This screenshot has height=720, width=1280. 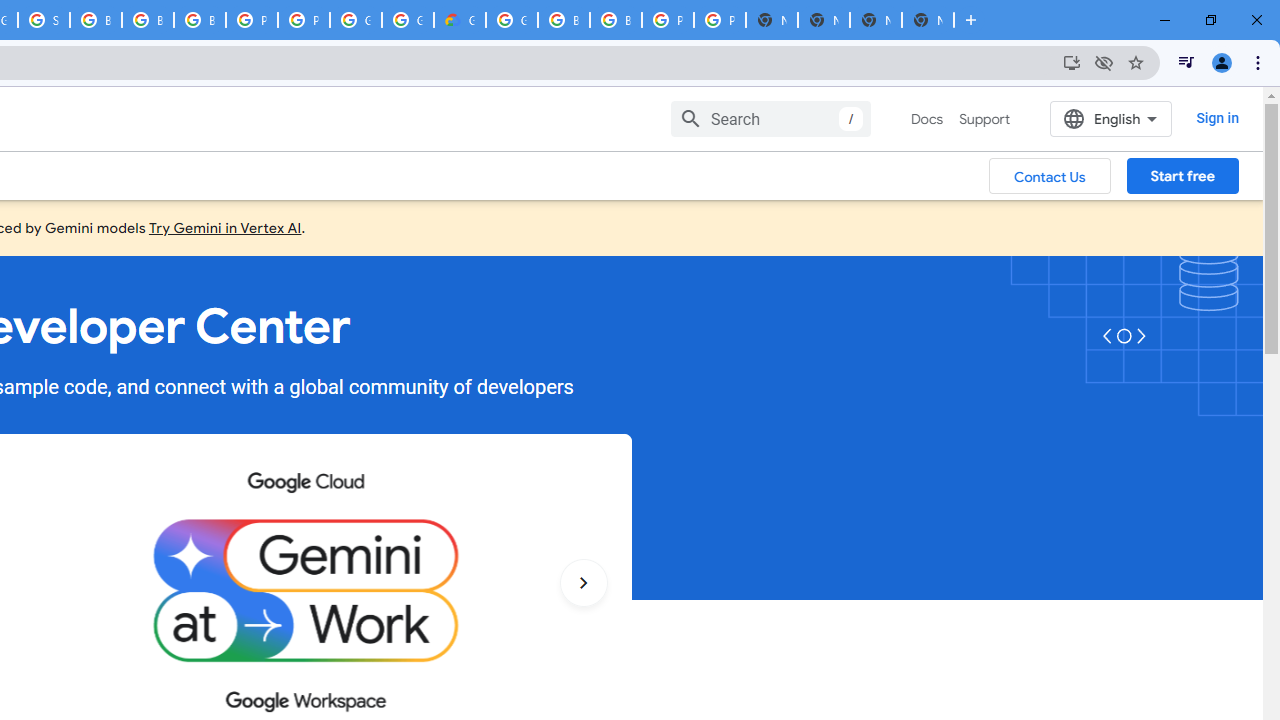 I want to click on 'Support', so click(x=984, y=119).